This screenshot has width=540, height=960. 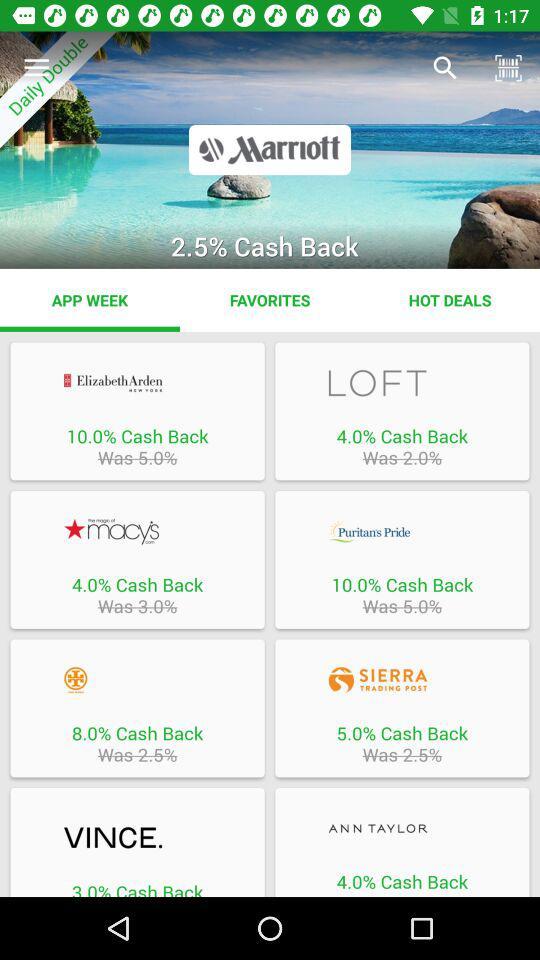 What do you see at coordinates (402, 382) in the screenshot?
I see `open loft` at bounding box center [402, 382].